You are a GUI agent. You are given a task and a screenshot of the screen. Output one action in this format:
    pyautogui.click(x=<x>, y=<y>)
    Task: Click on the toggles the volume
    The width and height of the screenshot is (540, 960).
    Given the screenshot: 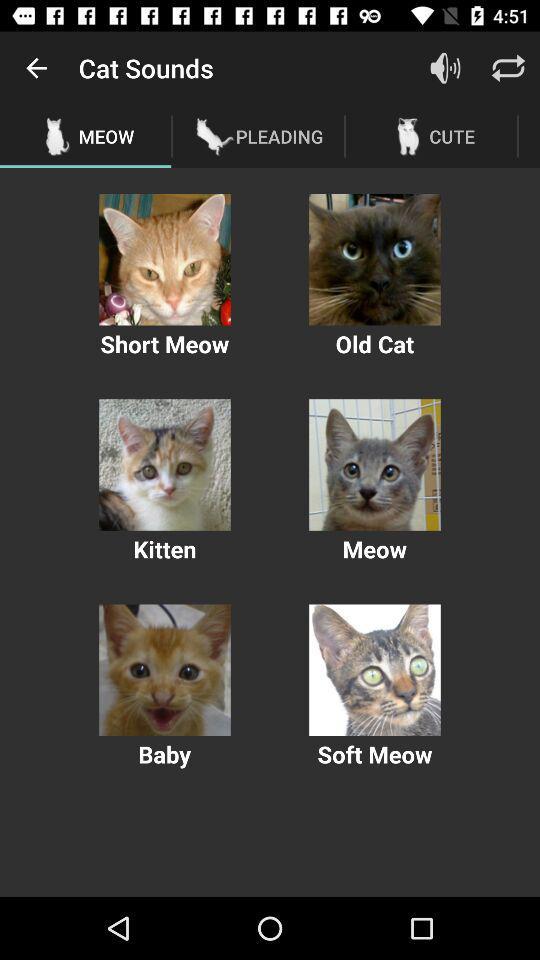 What is the action you would take?
    pyautogui.click(x=445, y=68)
    